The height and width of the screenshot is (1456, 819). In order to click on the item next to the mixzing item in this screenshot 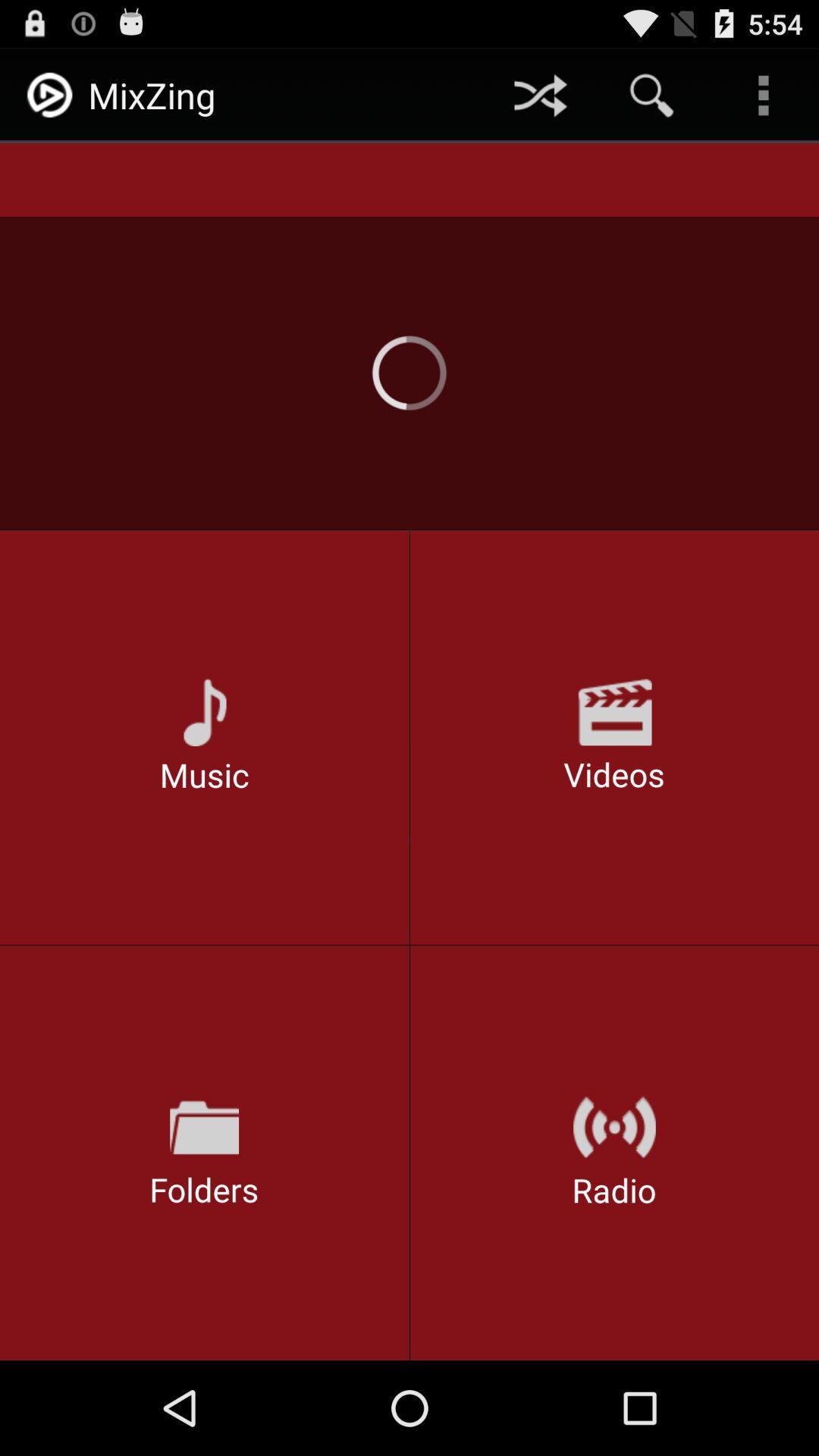, I will do `click(539, 94)`.